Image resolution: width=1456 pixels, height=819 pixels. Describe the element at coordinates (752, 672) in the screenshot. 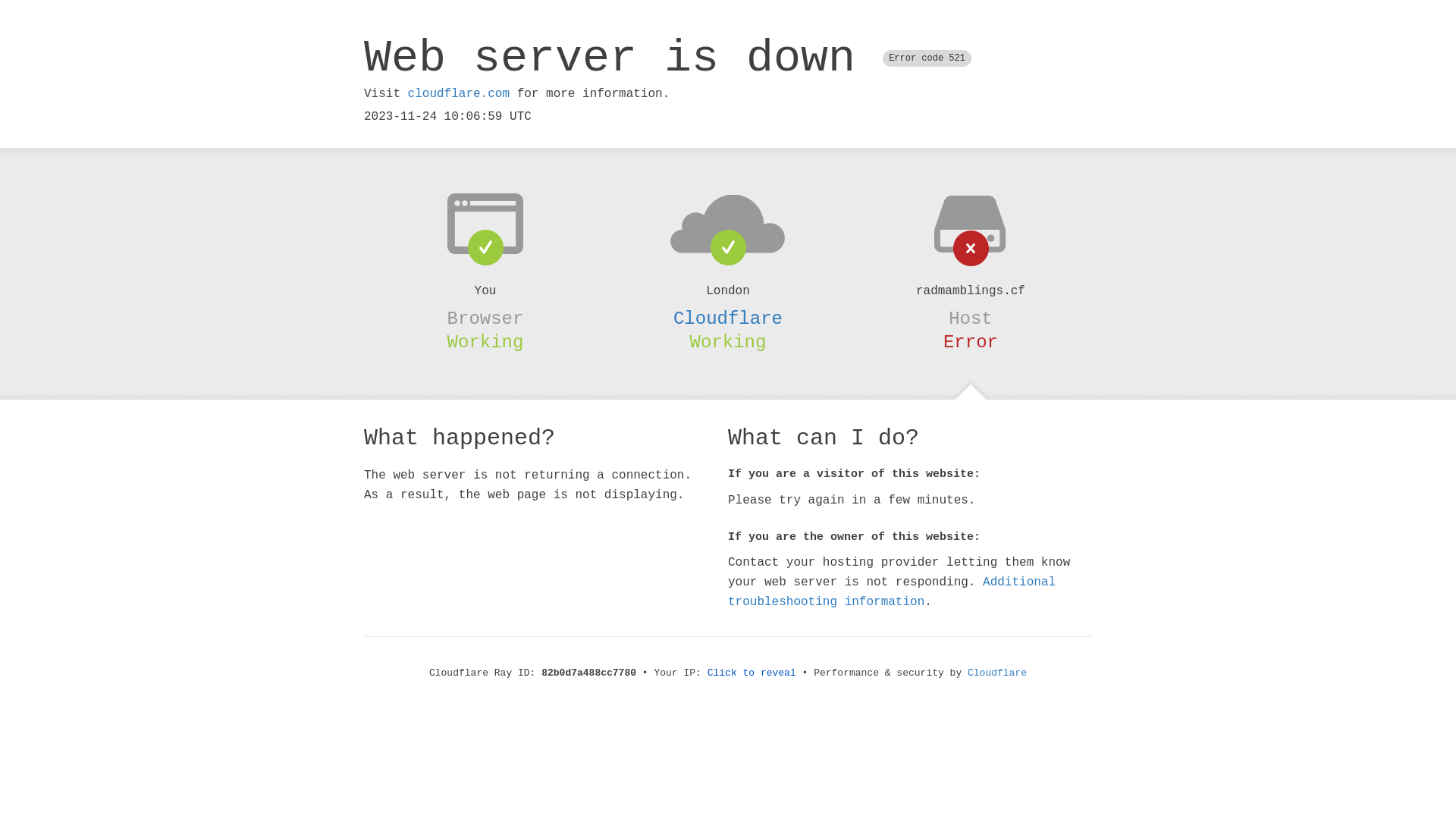

I see `'Click to reveal'` at that location.